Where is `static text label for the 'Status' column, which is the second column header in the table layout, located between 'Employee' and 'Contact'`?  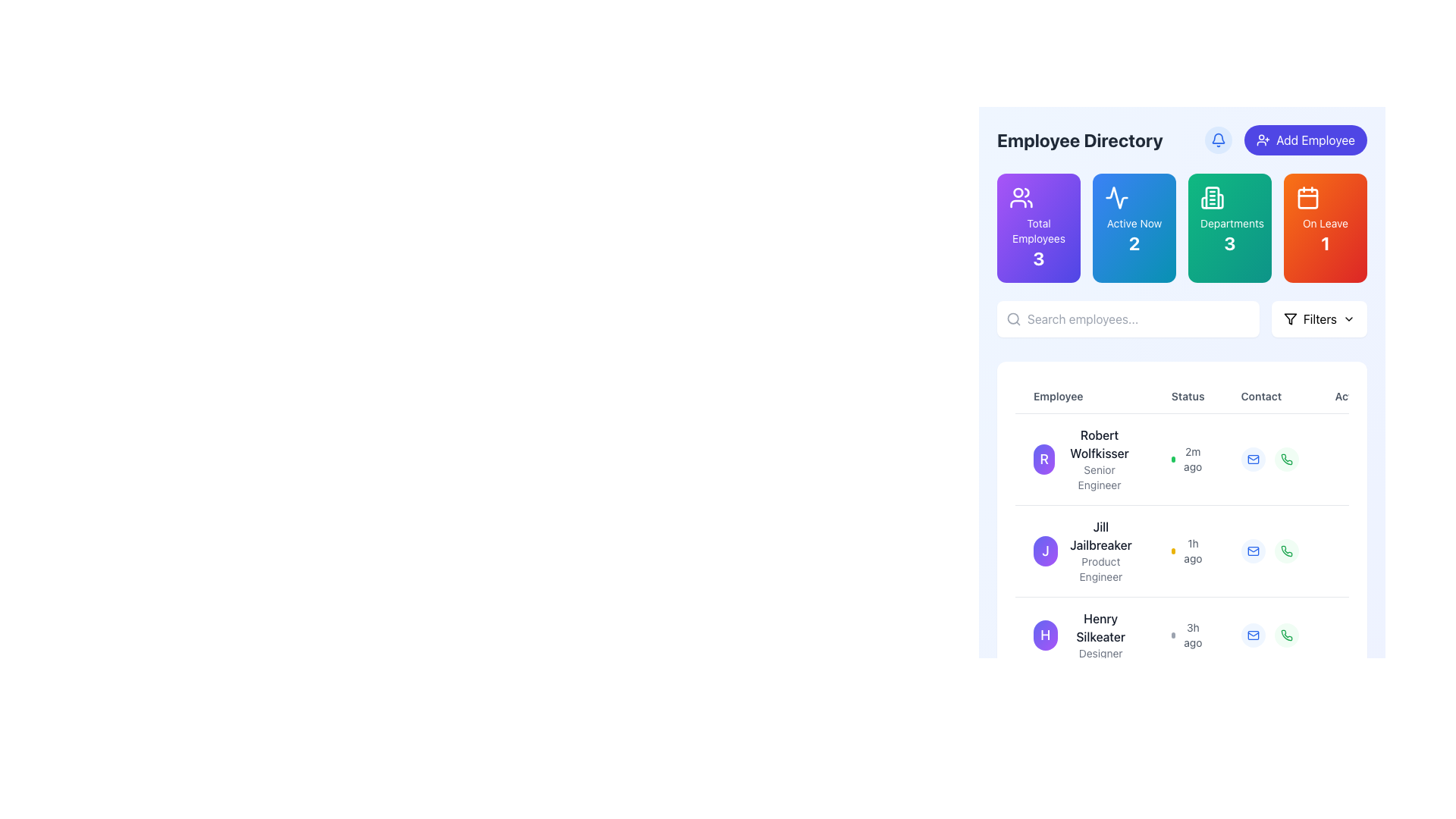 static text label for the 'Status' column, which is the second column header in the table layout, located between 'Employee' and 'Contact' is located at coordinates (1203, 396).